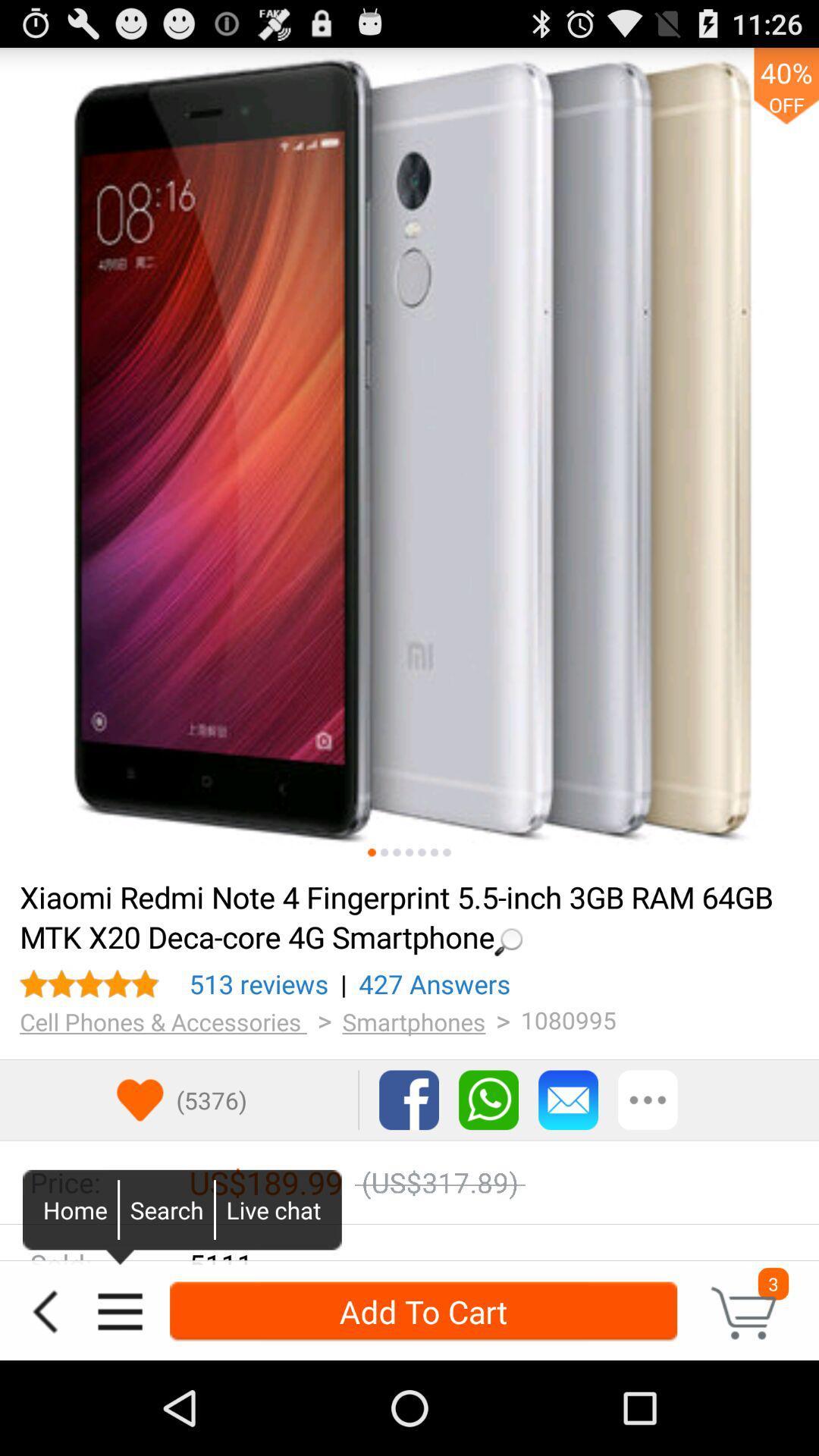 This screenshot has width=819, height=1456. I want to click on add to cart button which is at the bottom of the page, so click(423, 1310).